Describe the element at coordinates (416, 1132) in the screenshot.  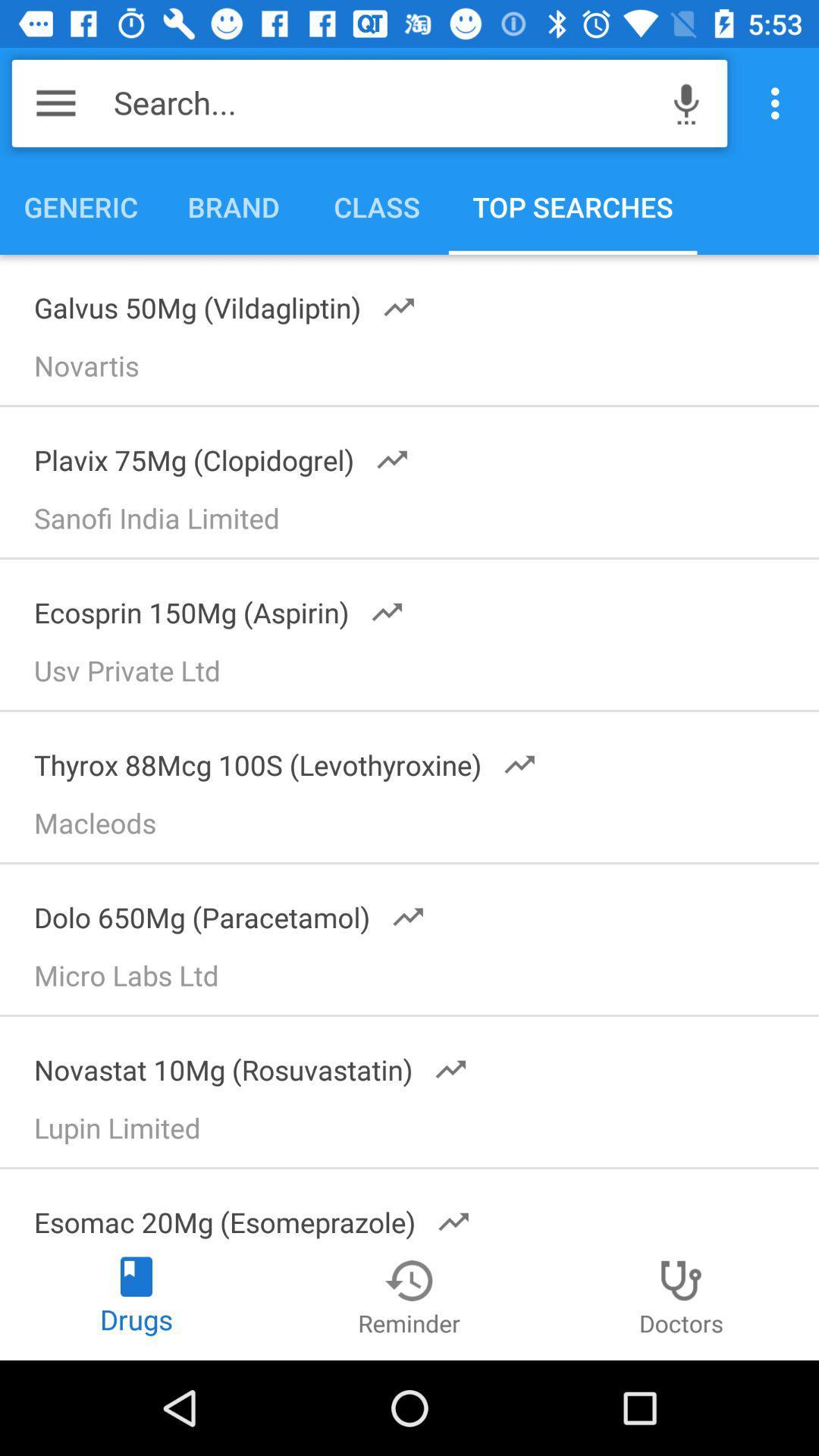
I see `the lupin limited` at that location.